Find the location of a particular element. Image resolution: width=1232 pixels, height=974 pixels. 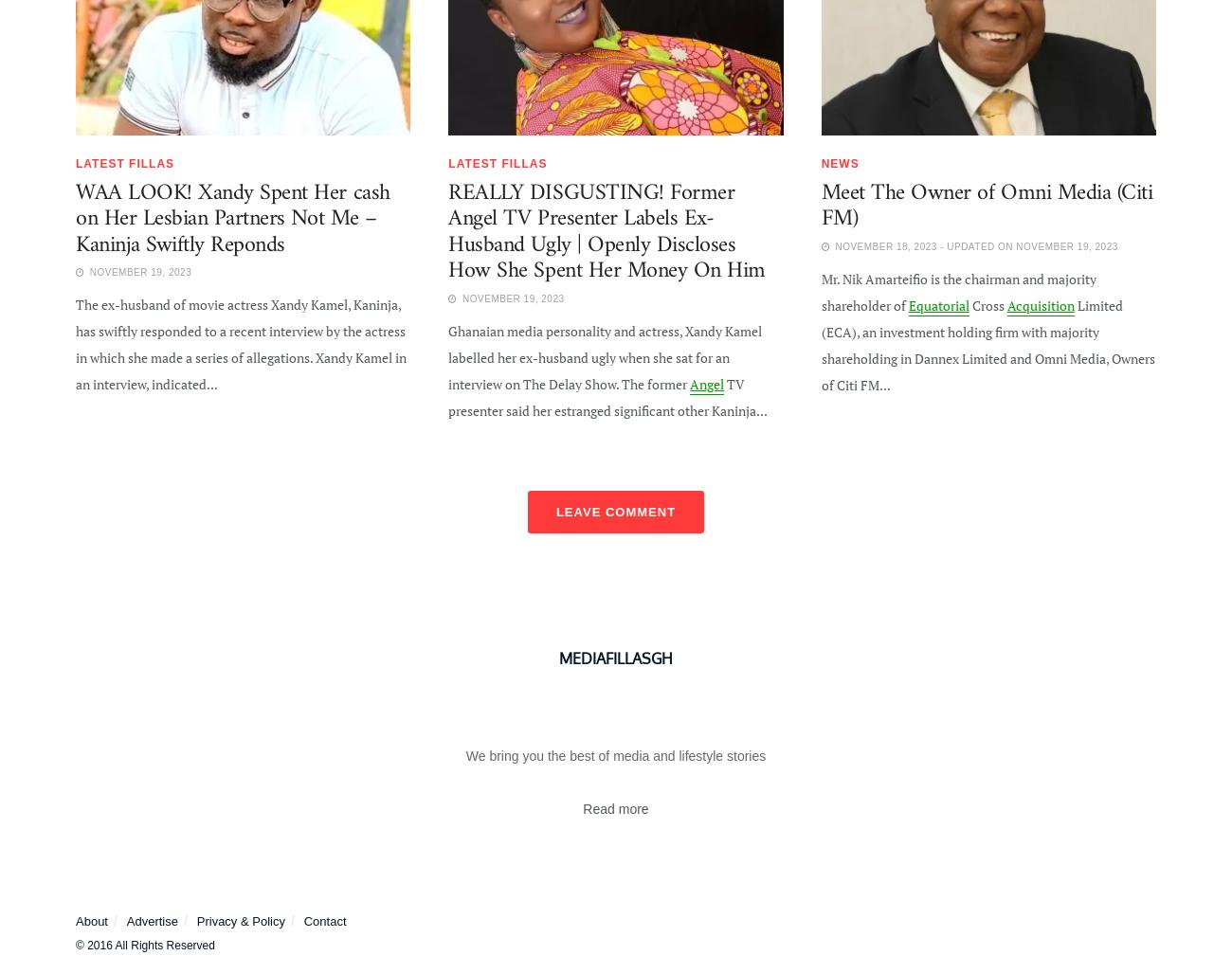

'Ghanaian media personality and actress, Xandy Kamel labelled her ex-husband ugly when she sat for an interview on The Delay Show. The former' is located at coordinates (605, 355).